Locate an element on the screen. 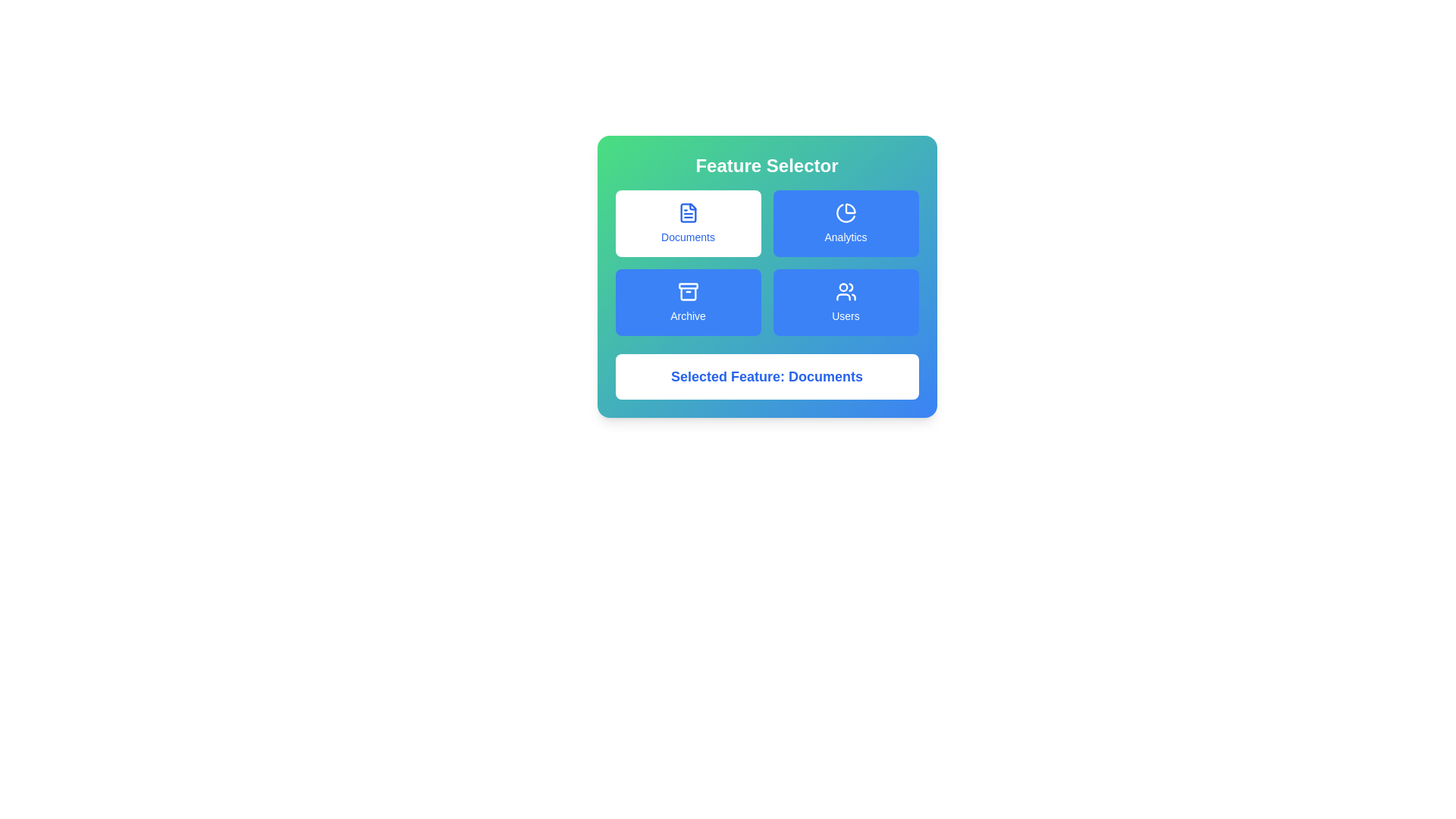 Image resolution: width=1456 pixels, height=819 pixels. the archive icon, which is a box with a lid inside a blue button, located in the second row and first column of the grid, above the label 'Archive' is located at coordinates (687, 292).